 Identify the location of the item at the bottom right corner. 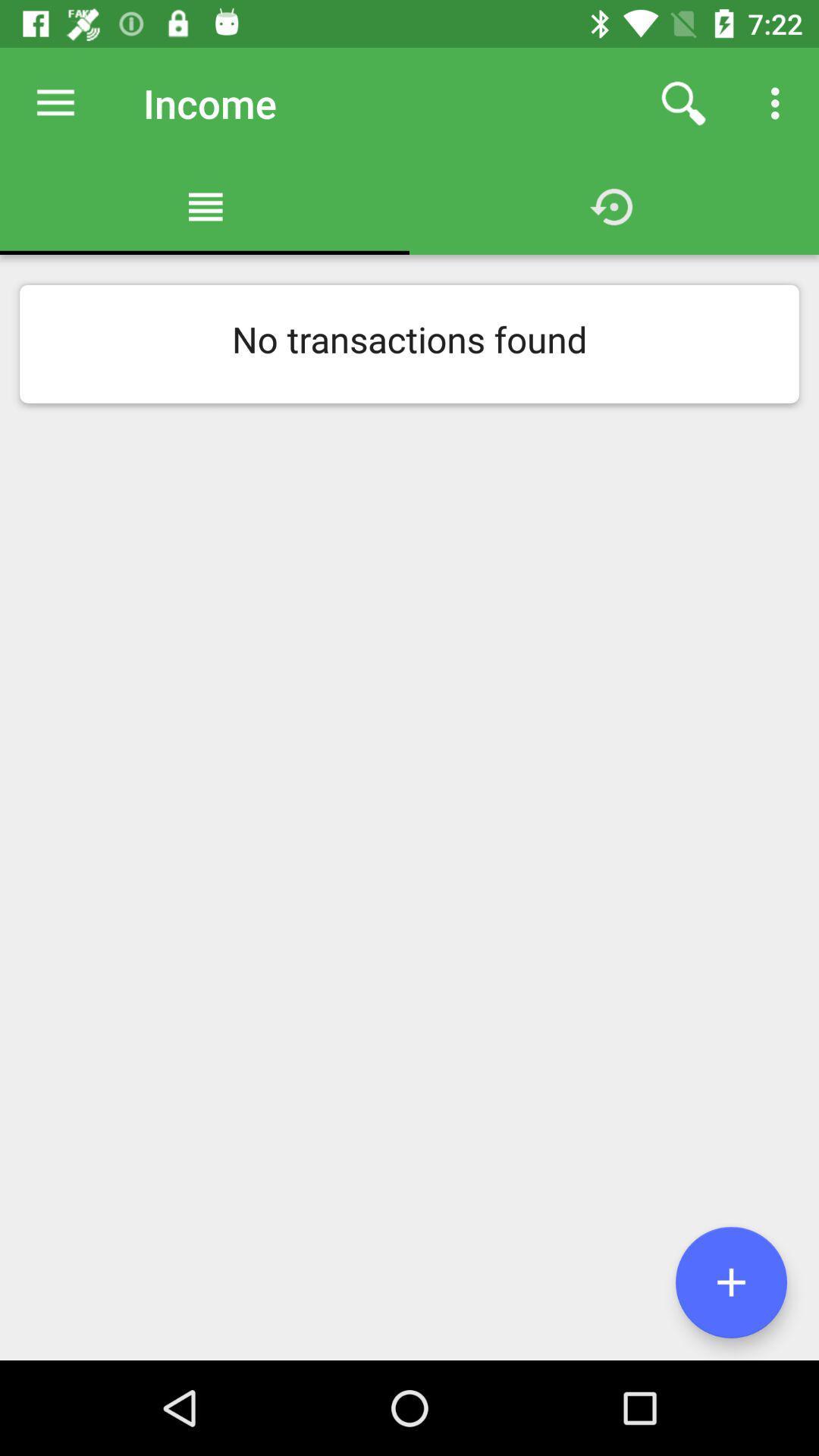
(730, 1282).